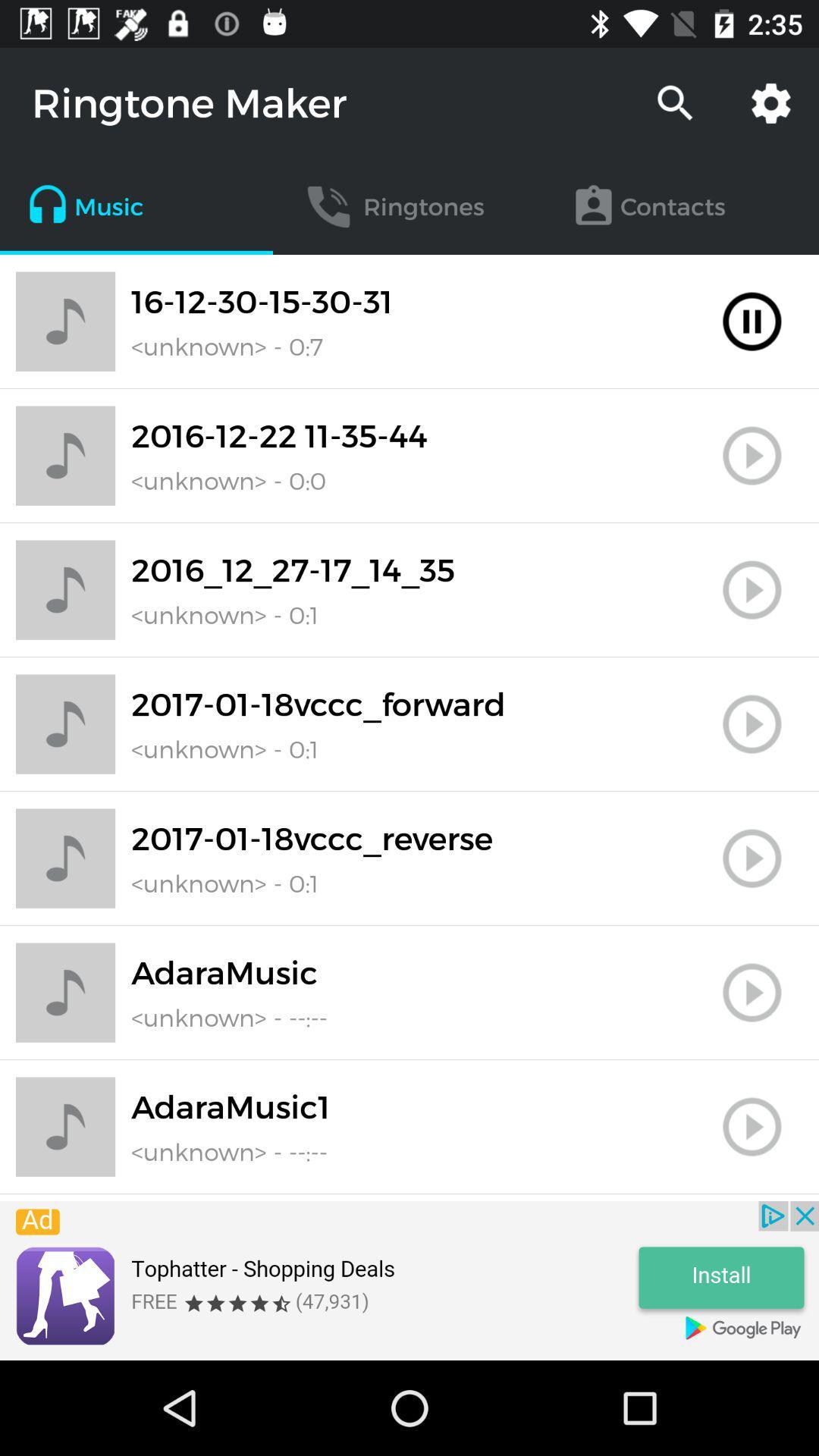 The image size is (819, 1456). What do you see at coordinates (752, 321) in the screenshot?
I see `pause the ringtone` at bounding box center [752, 321].